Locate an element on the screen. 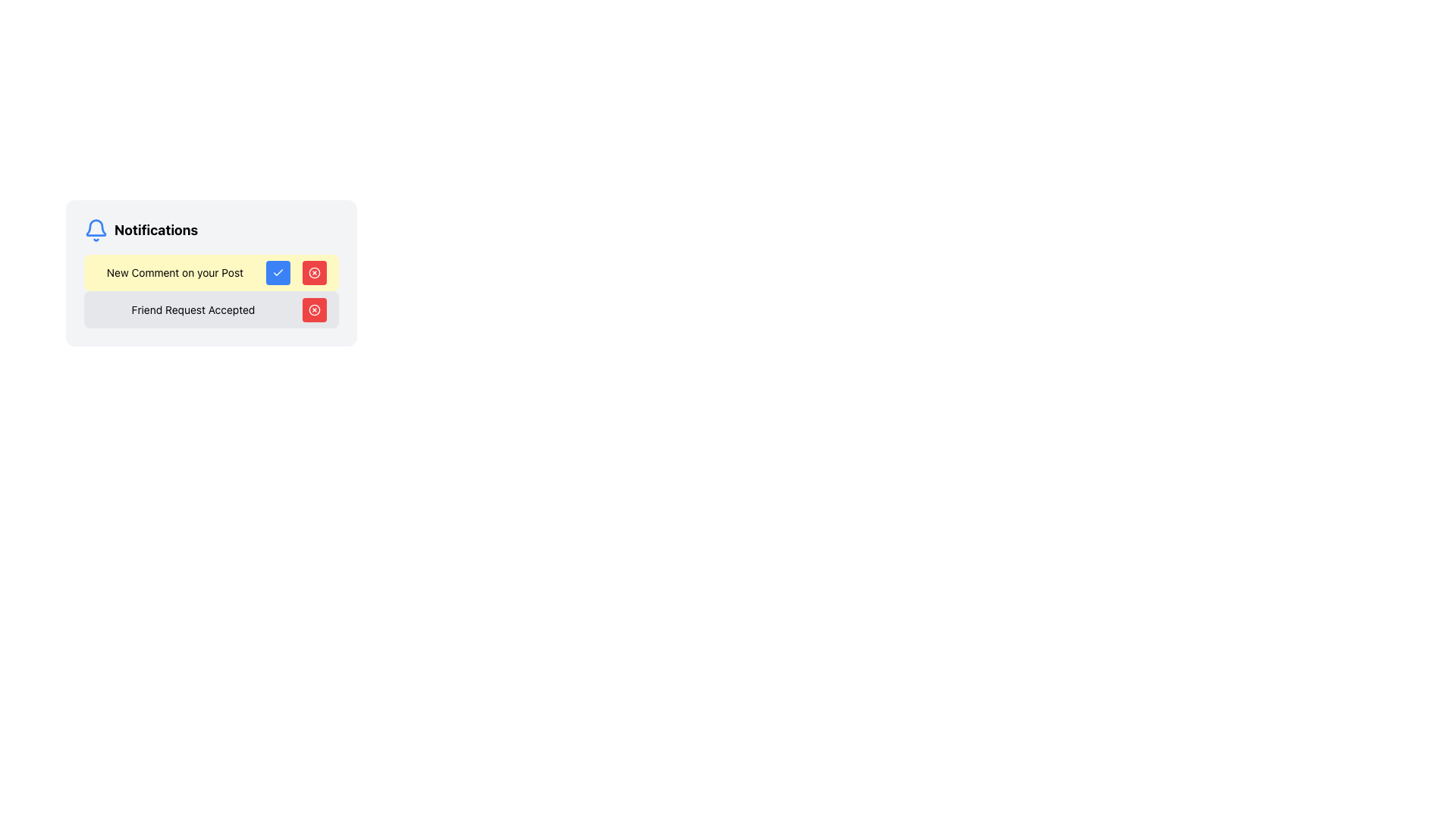 Image resolution: width=1456 pixels, height=819 pixels. notification icon located to the left of the 'Notifications' text to gather information about its functionality is located at coordinates (95, 231).